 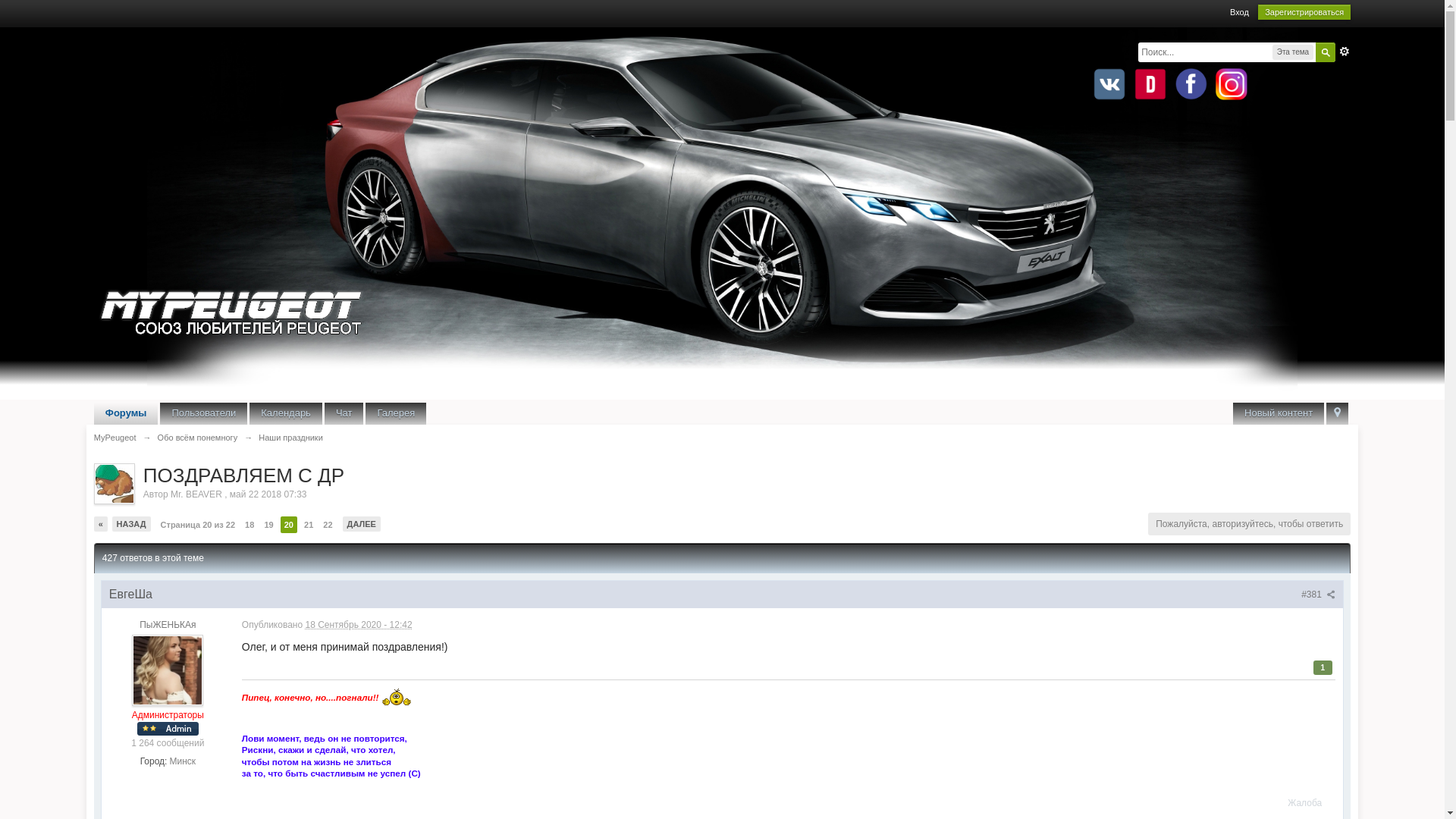 What do you see at coordinates (1171, 84) in the screenshot?
I see `'Facebook'` at bounding box center [1171, 84].